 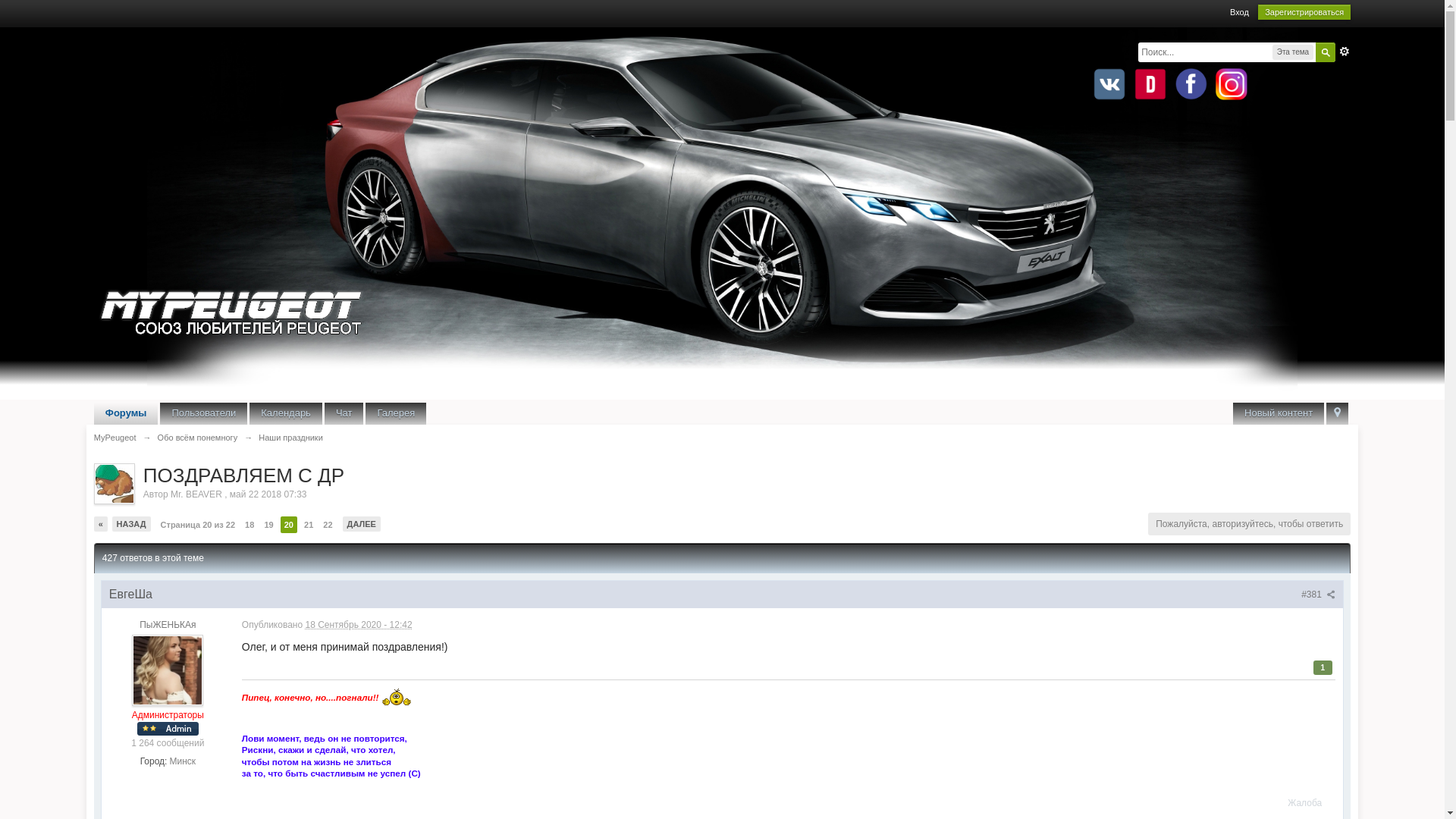 What do you see at coordinates (1171, 84) in the screenshot?
I see `'Facebook'` at bounding box center [1171, 84].